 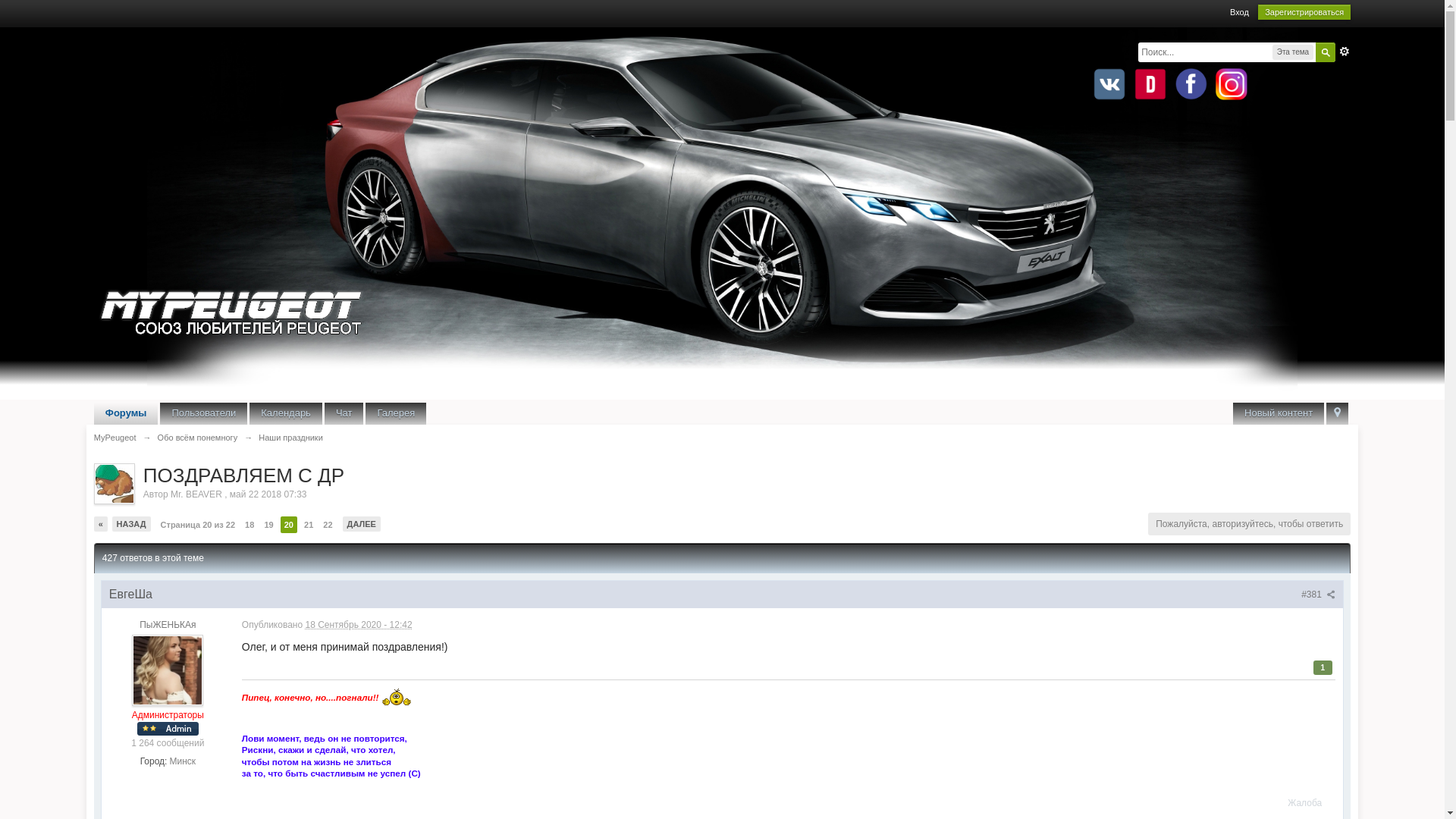 What do you see at coordinates (1171, 84) in the screenshot?
I see `'Facebook'` at bounding box center [1171, 84].